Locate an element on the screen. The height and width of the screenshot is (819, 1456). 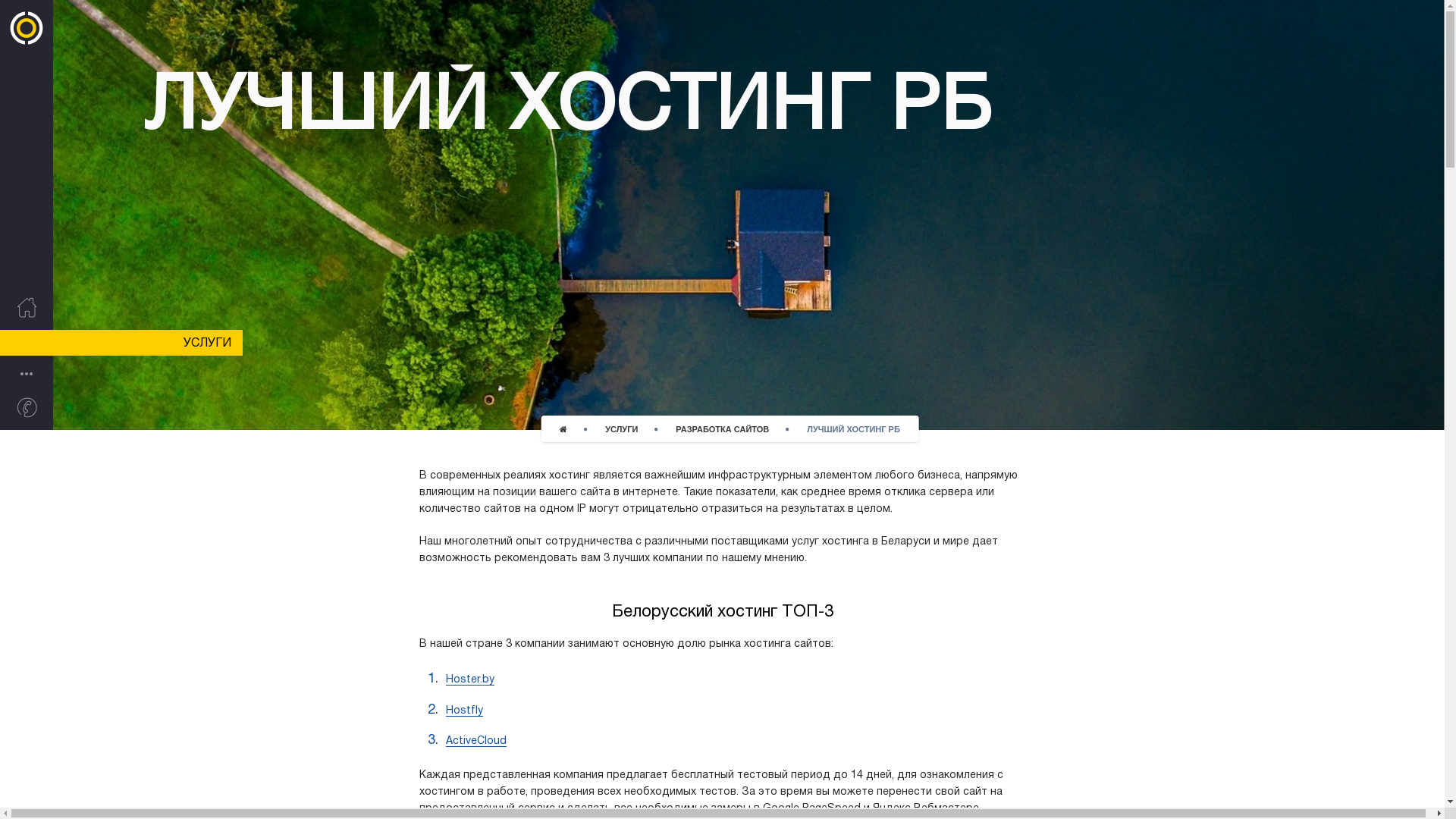
'Hostfly' is located at coordinates (463, 711).